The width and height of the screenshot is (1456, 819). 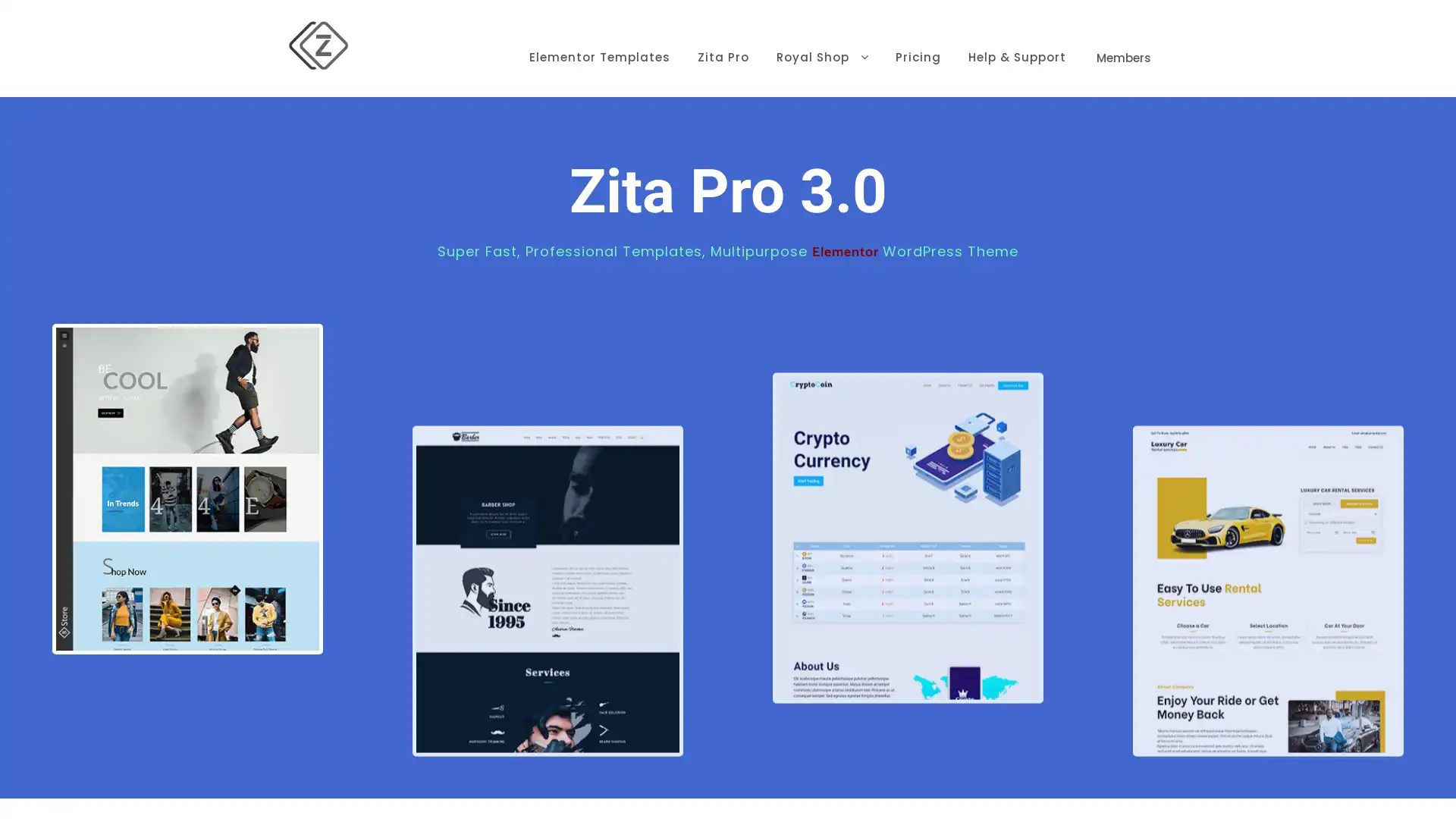 I want to click on Members, so click(x=1124, y=34).